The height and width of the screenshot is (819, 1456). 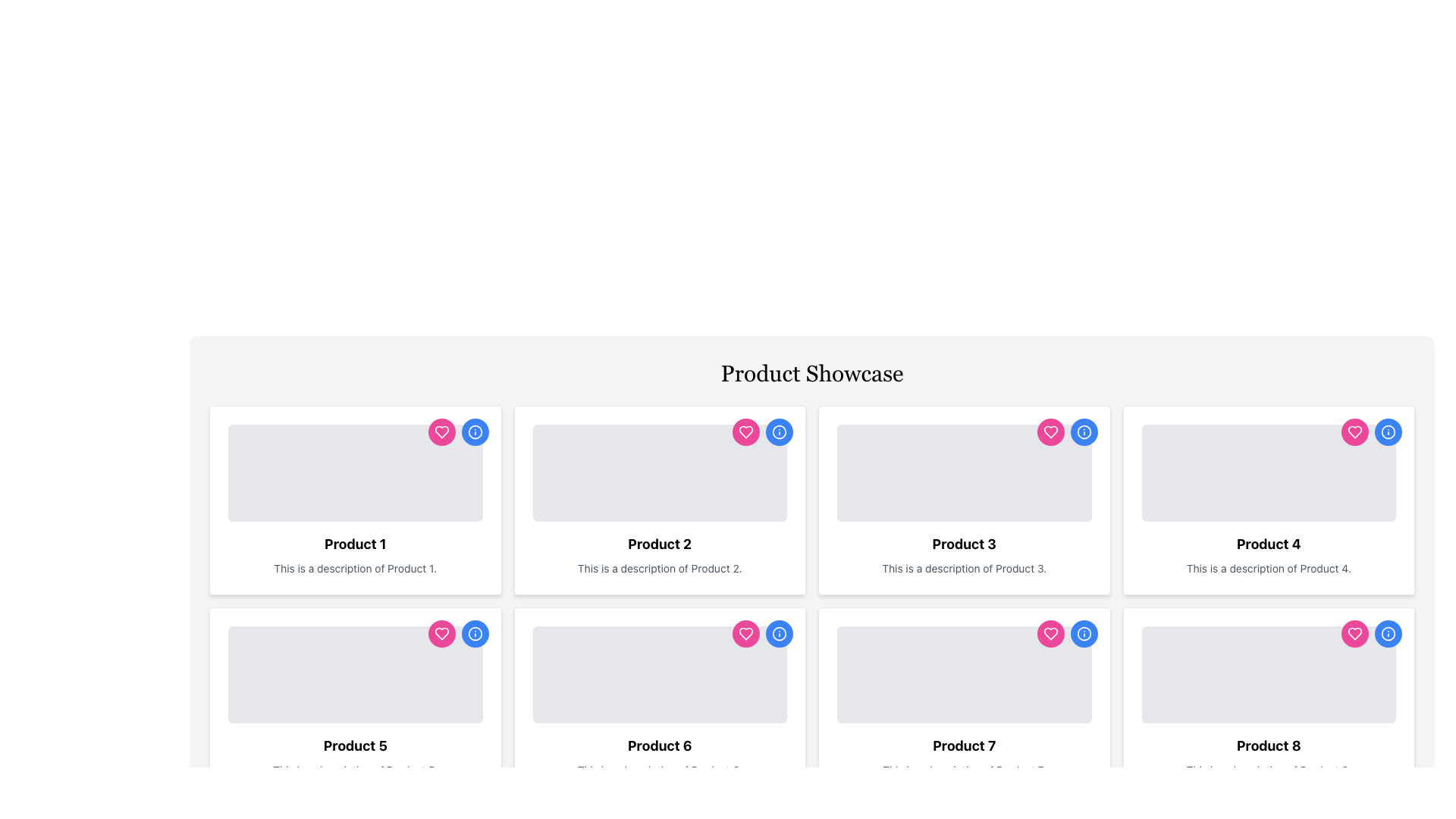 What do you see at coordinates (1388, 634) in the screenshot?
I see `the circular graphic element located at the top-right corner of the 'Product 8' card with a radius of 10 units, centered at coordinates 1831, 836` at bounding box center [1388, 634].